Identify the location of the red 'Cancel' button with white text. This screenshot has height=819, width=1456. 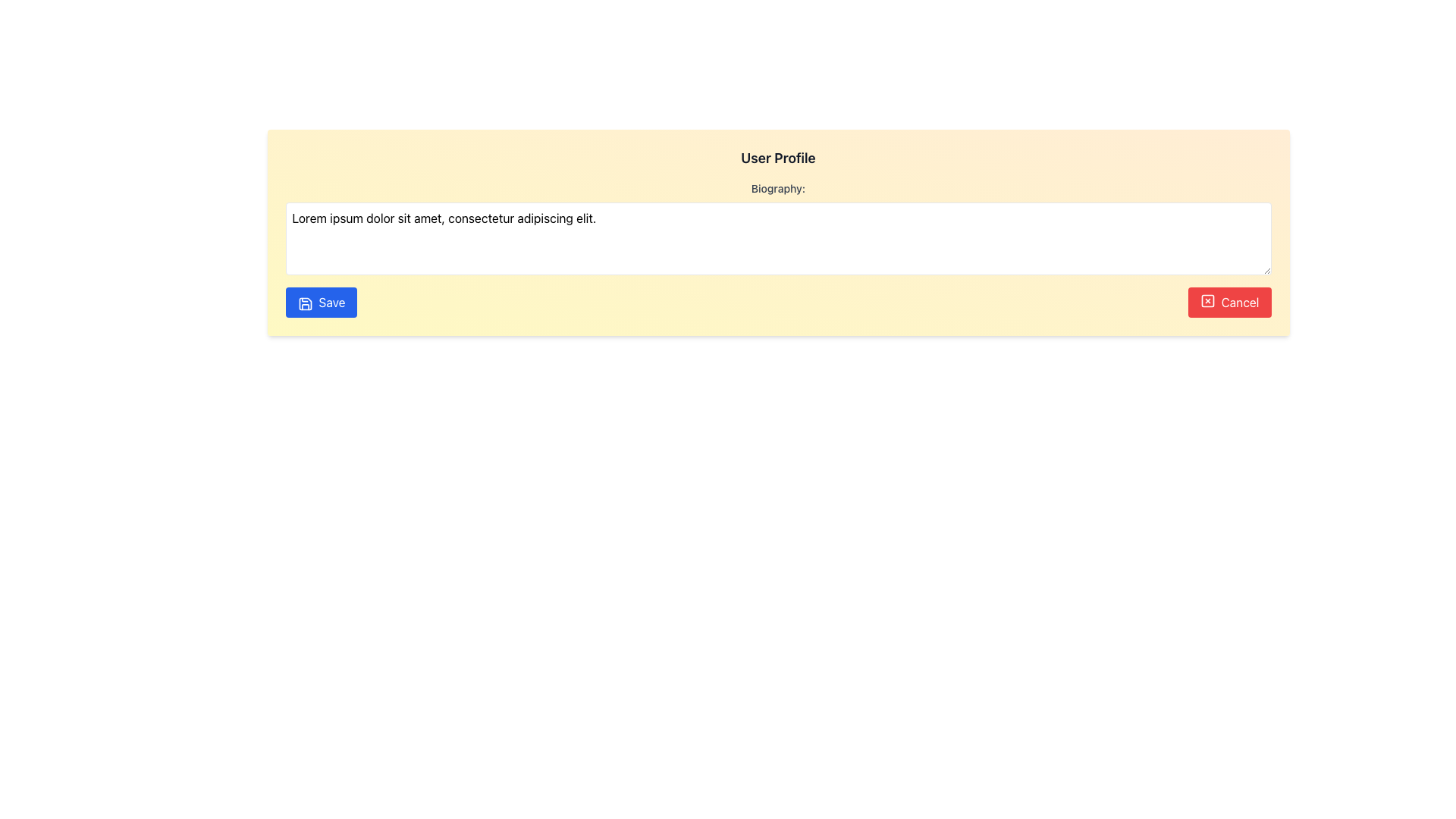
(1229, 302).